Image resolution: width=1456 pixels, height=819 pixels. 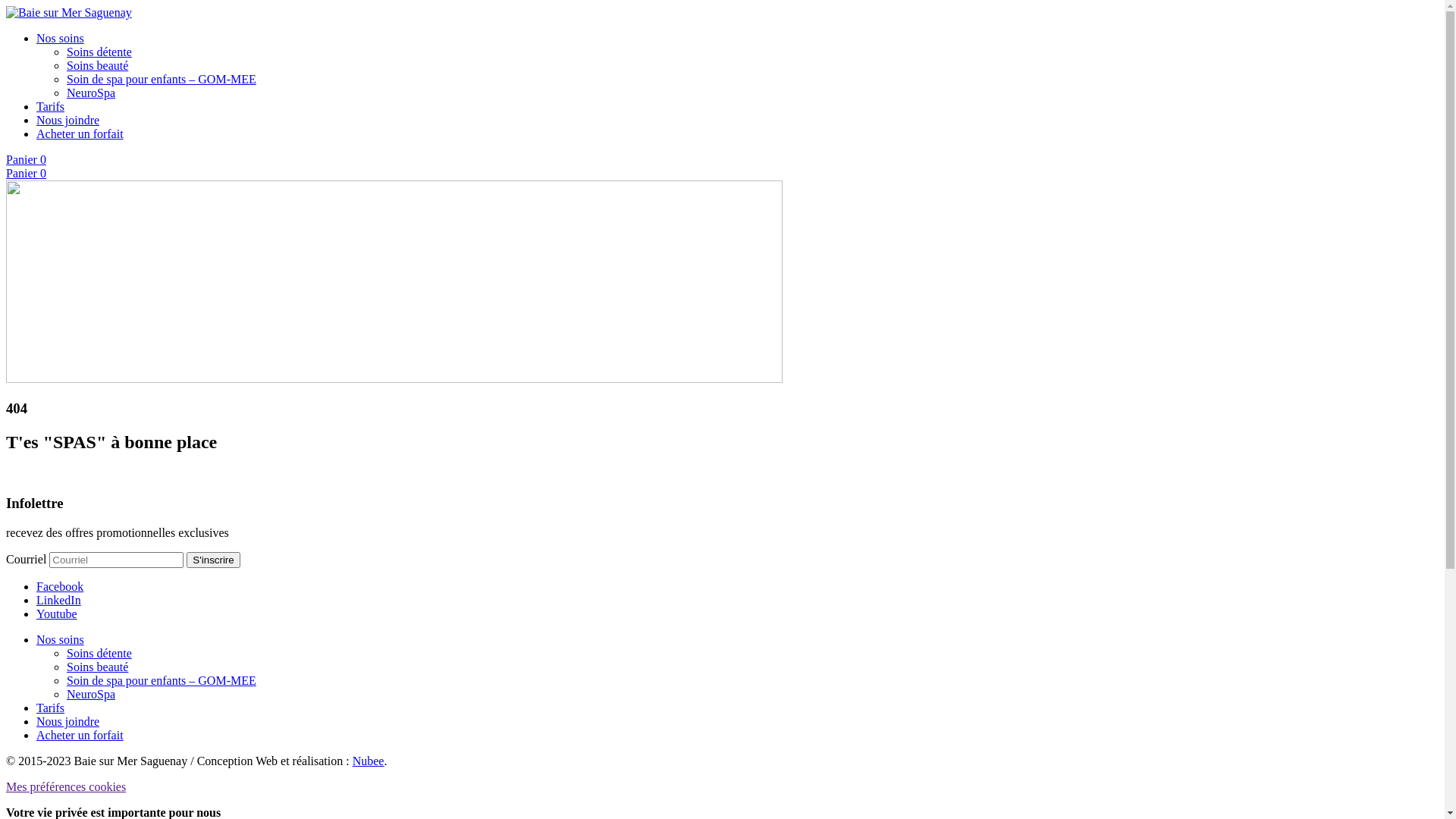 What do you see at coordinates (58, 599) in the screenshot?
I see `'LinkedIn'` at bounding box center [58, 599].